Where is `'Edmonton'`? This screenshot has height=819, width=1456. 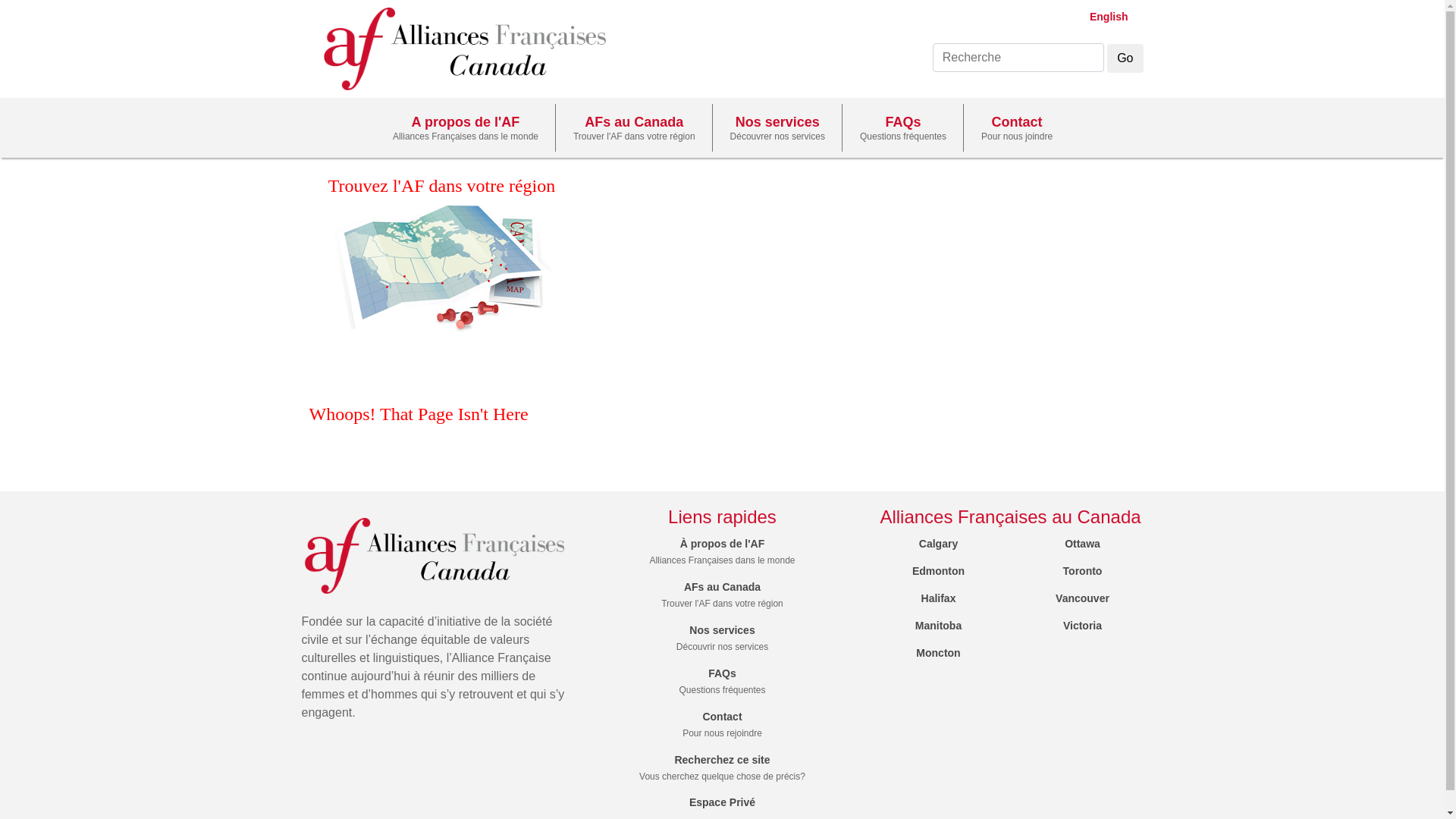 'Edmonton' is located at coordinates (937, 570).